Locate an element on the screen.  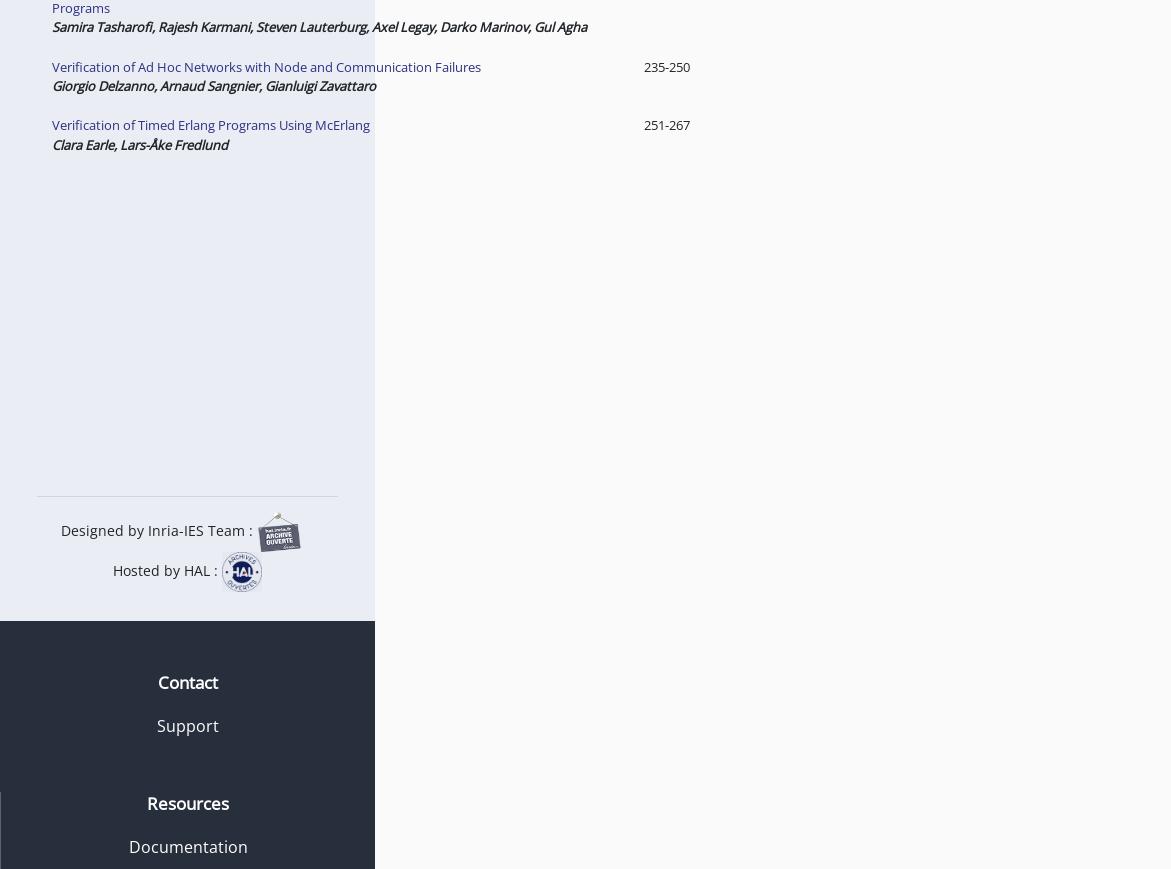
'Clara Earle, Lars-Åke Fredlund' is located at coordinates (137, 142).